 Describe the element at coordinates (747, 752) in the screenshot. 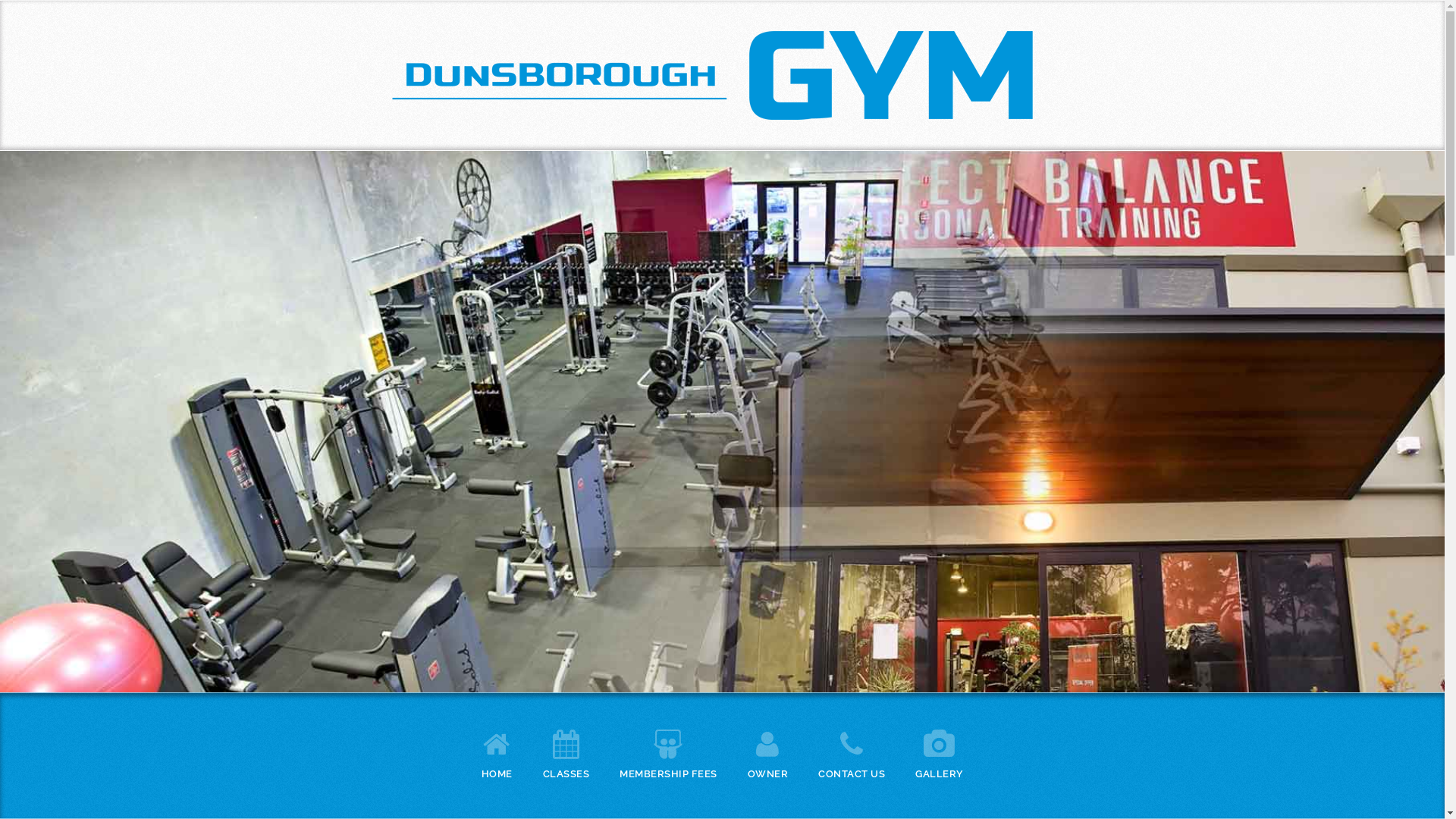

I see `'OWNER'` at that location.